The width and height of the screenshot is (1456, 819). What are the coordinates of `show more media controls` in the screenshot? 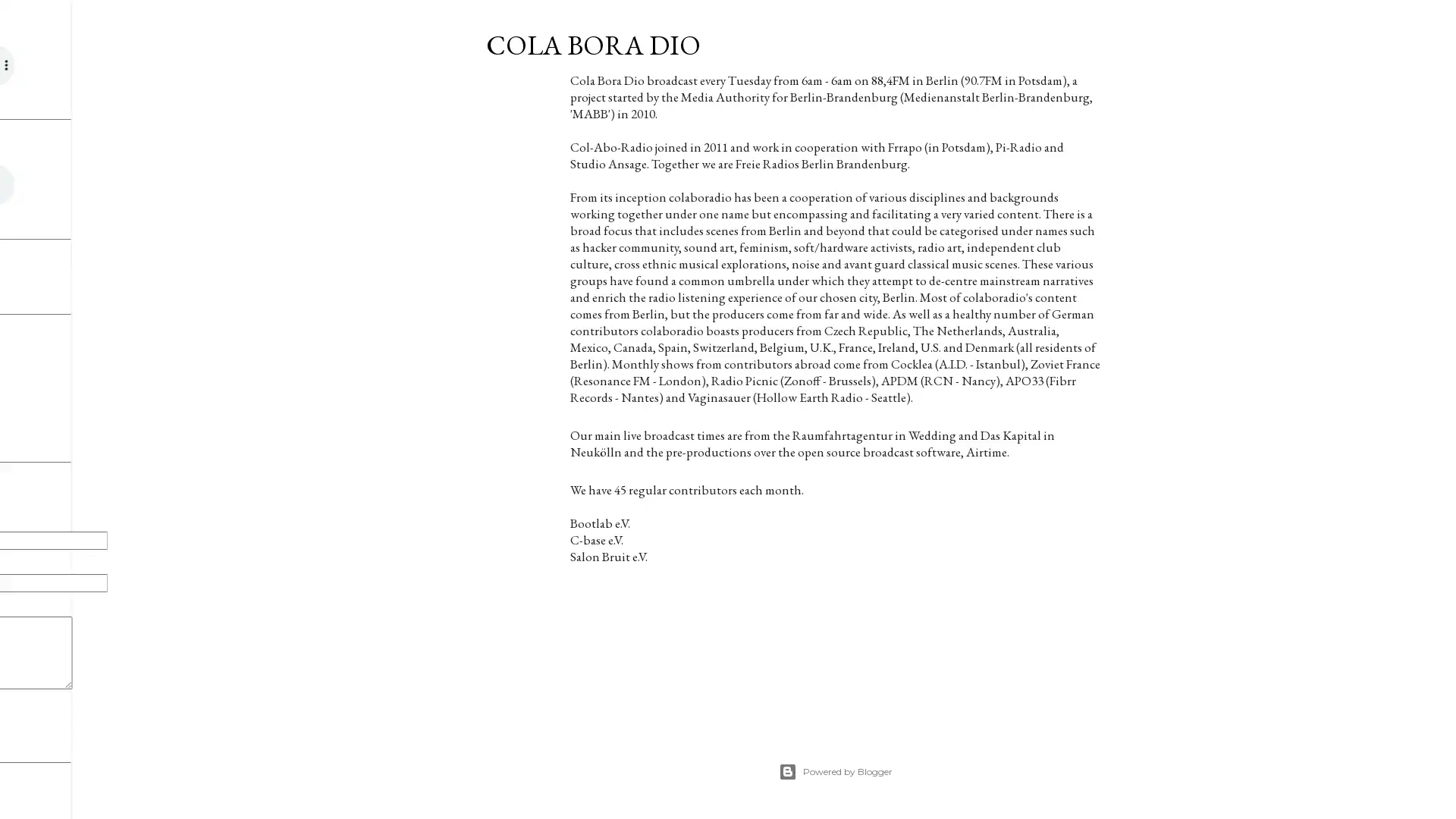 It's located at (150, 64).